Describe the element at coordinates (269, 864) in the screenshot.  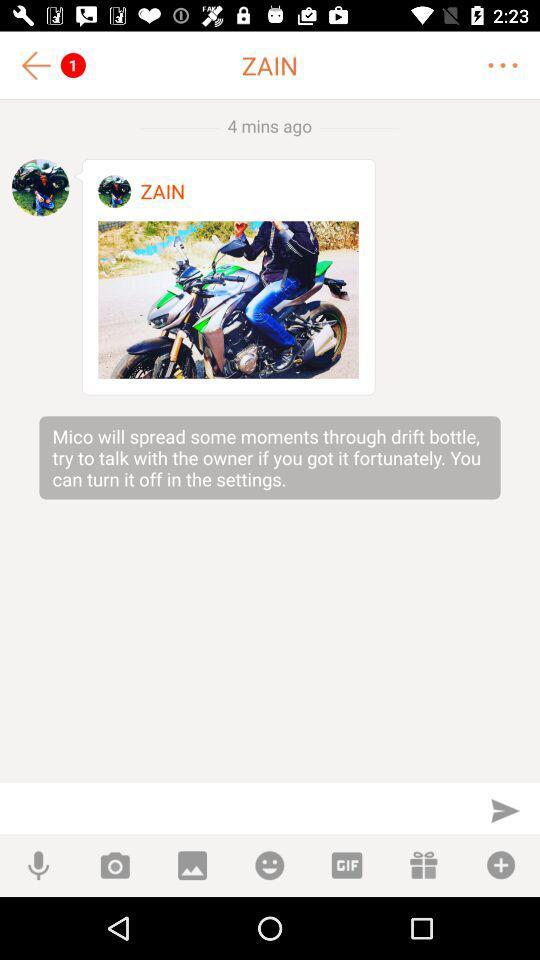
I see `the emoji icon` at that location.